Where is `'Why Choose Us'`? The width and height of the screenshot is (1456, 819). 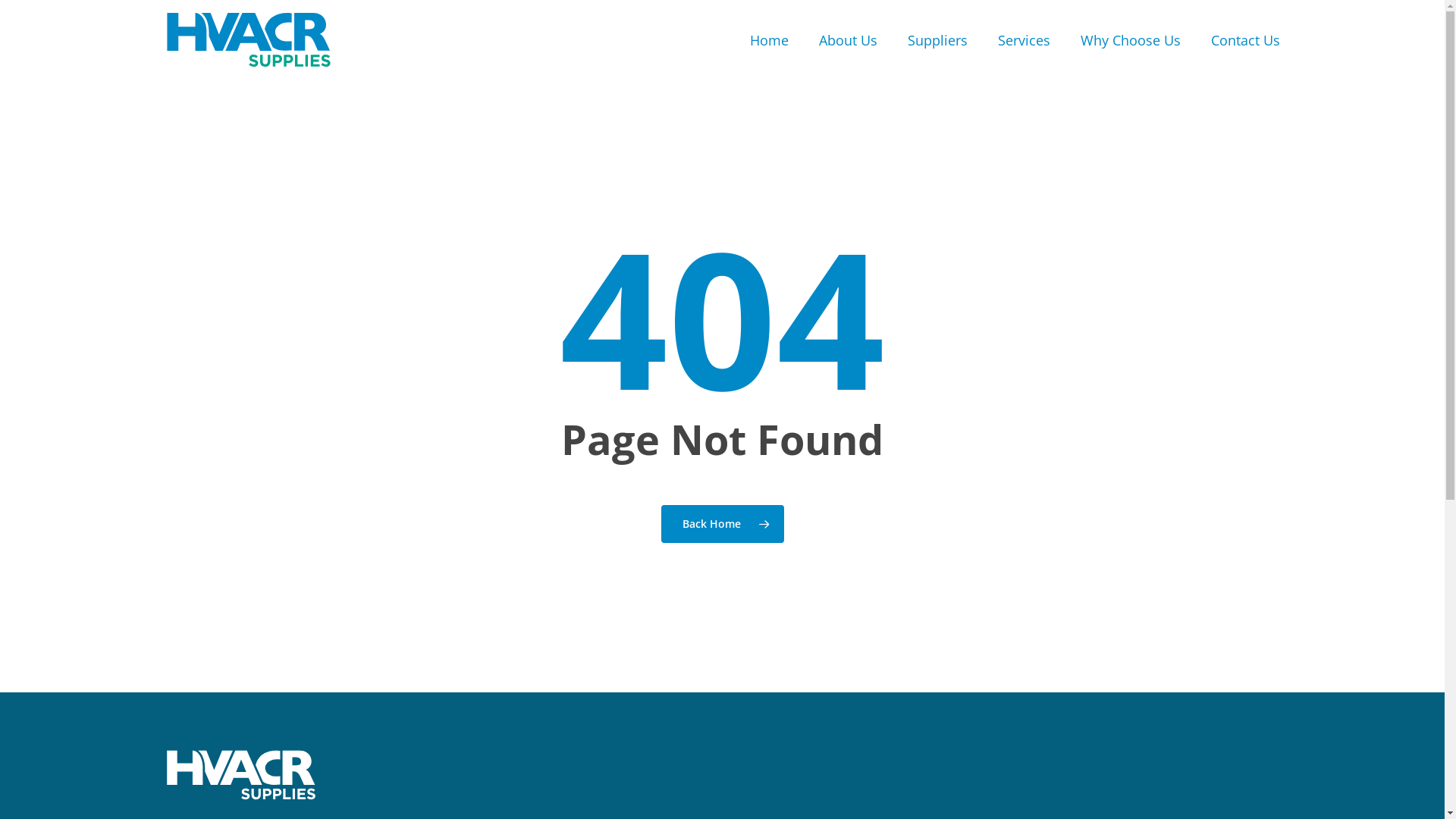
'Why Choose Us' is located at coordinates (1129, 39).